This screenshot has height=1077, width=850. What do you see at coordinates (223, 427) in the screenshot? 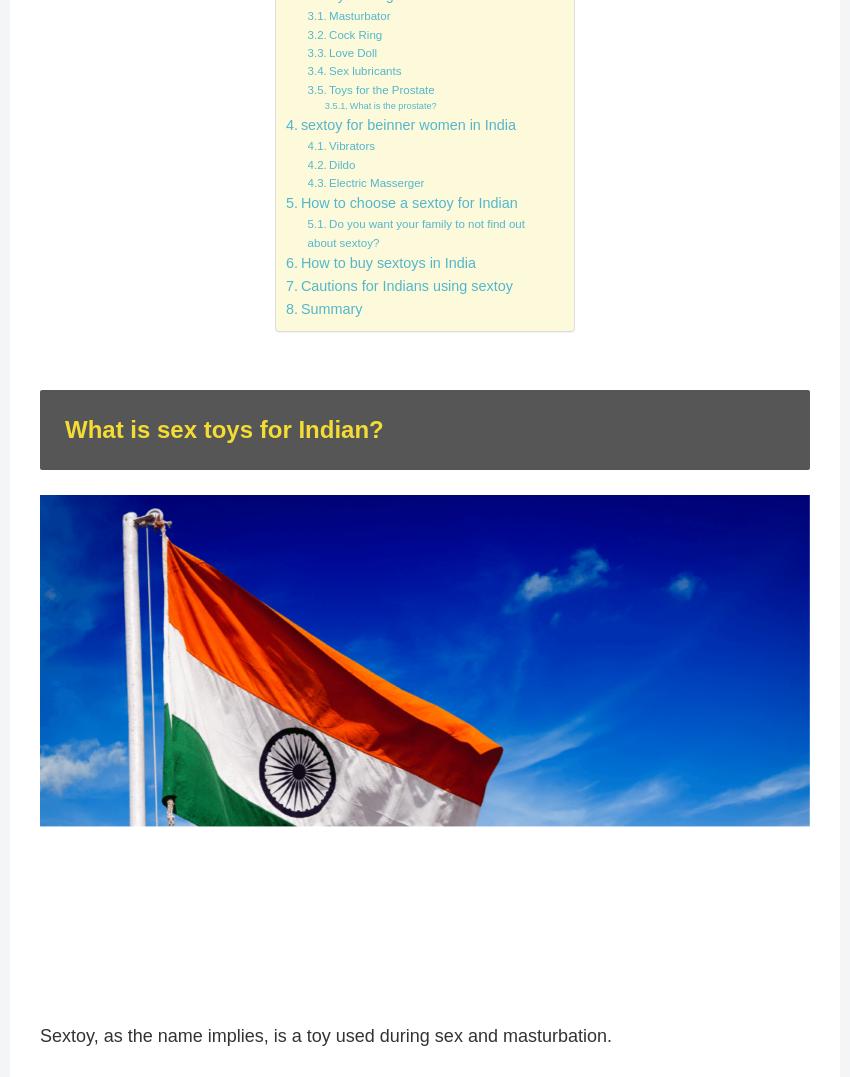
I see `'What is sex toys for Indian?'` at bounding box center [223, 427].